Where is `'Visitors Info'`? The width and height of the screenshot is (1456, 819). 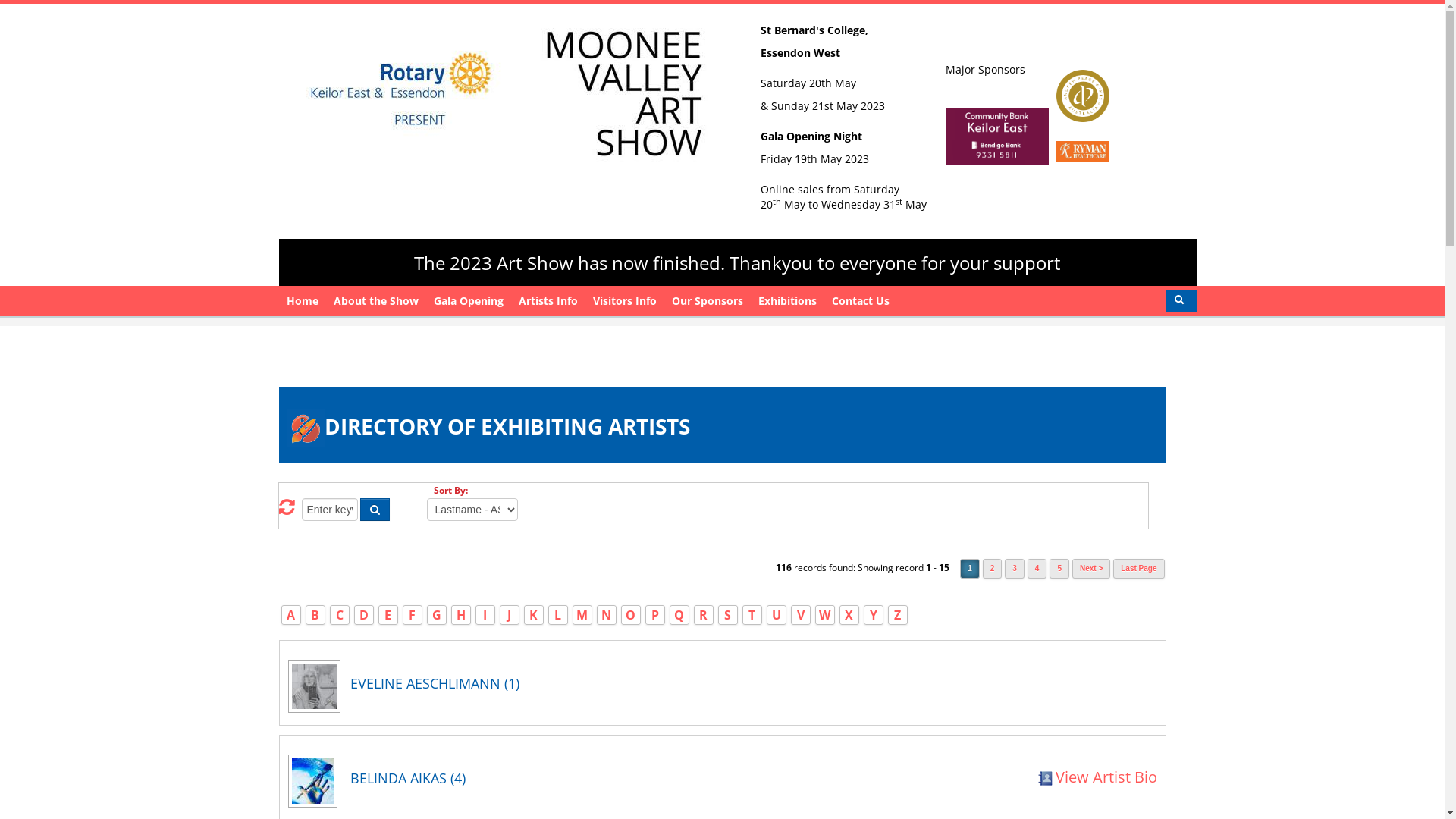
'Visitors Info' is located at coordinates (625, 301).